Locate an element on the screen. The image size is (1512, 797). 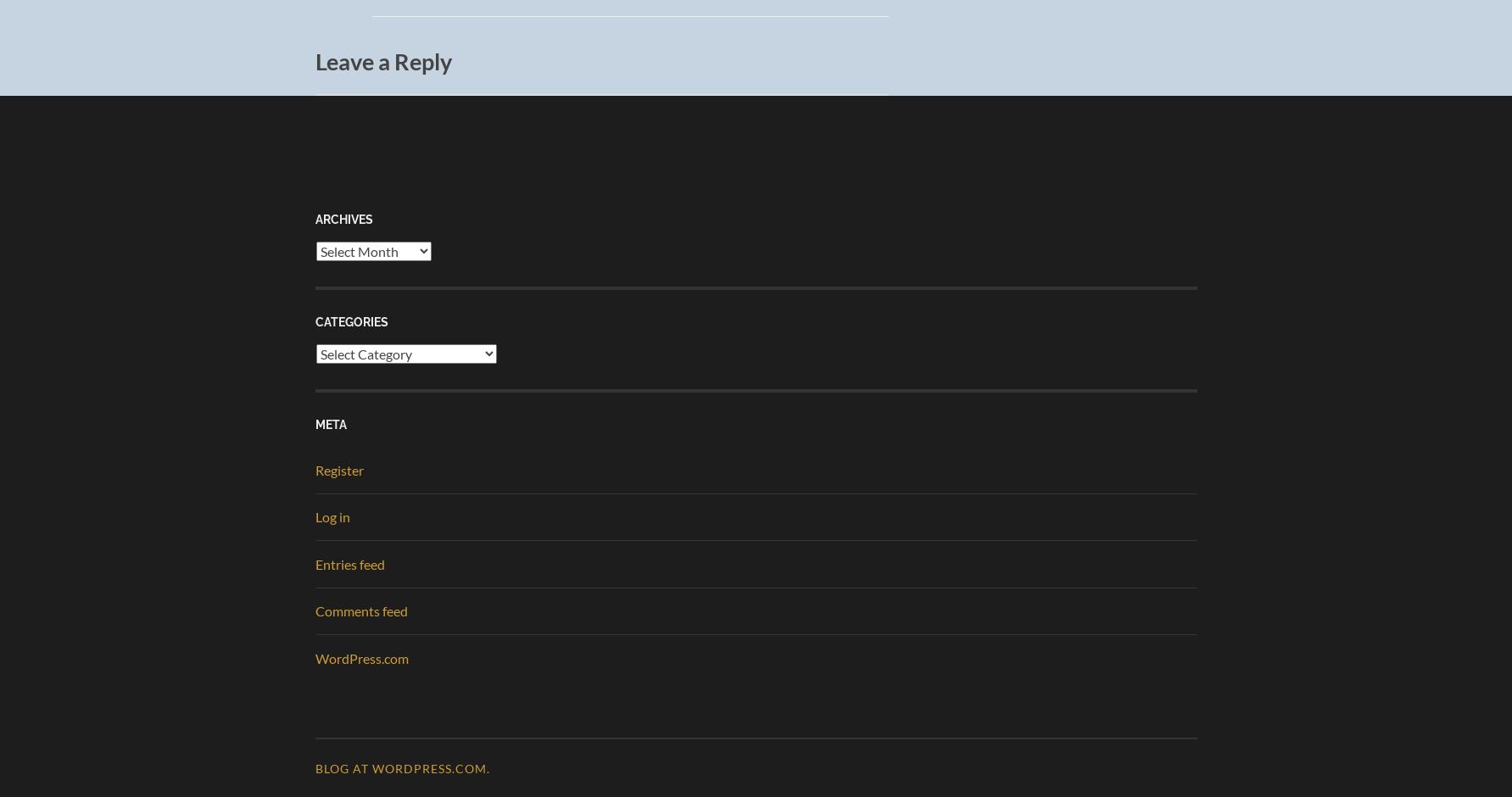
'Register' is located at coordinates (338, 470).